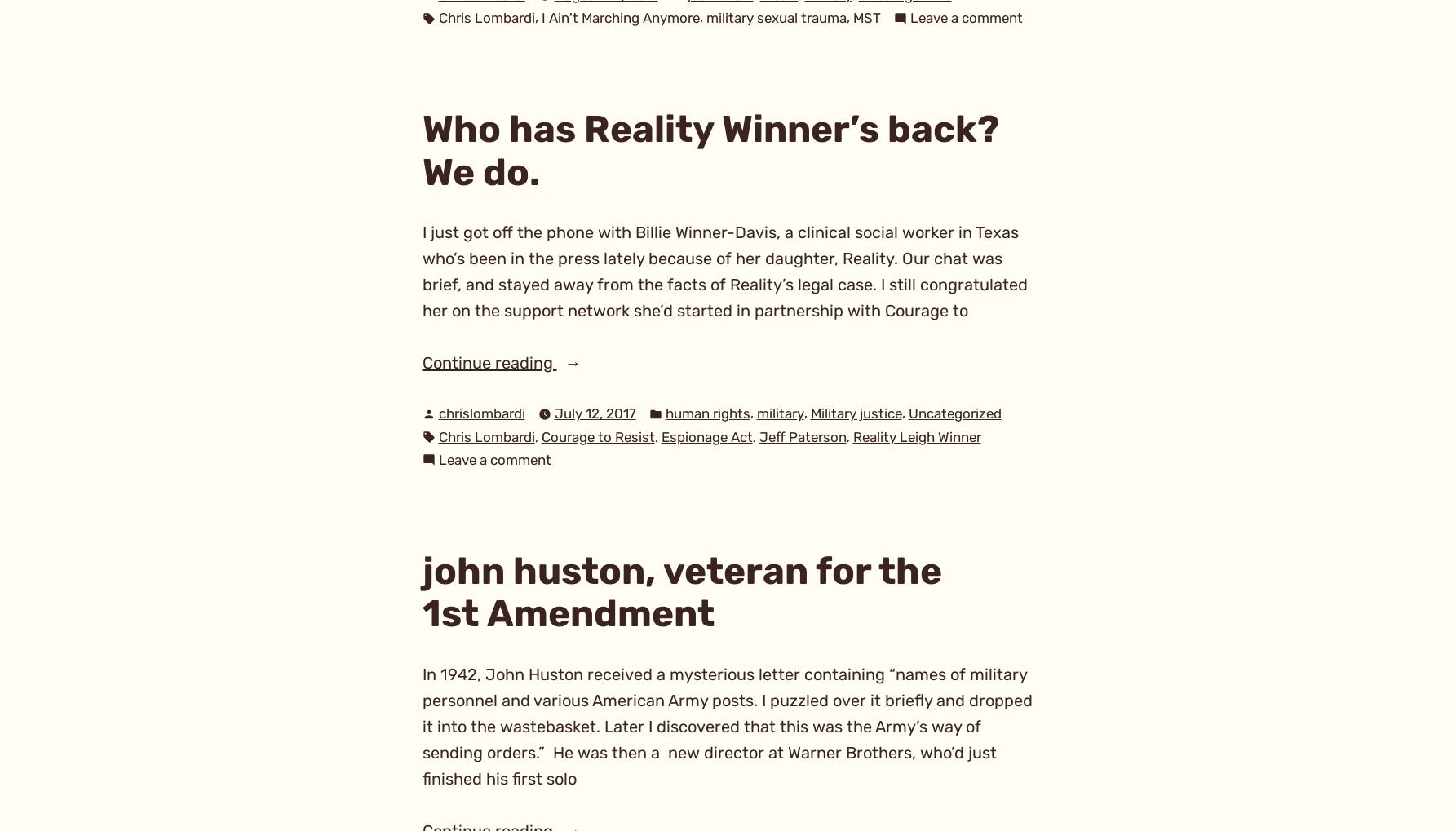  Describe the element at coordinates (489, 362) in the screenshot. I see `'Continue reading'` at that location.